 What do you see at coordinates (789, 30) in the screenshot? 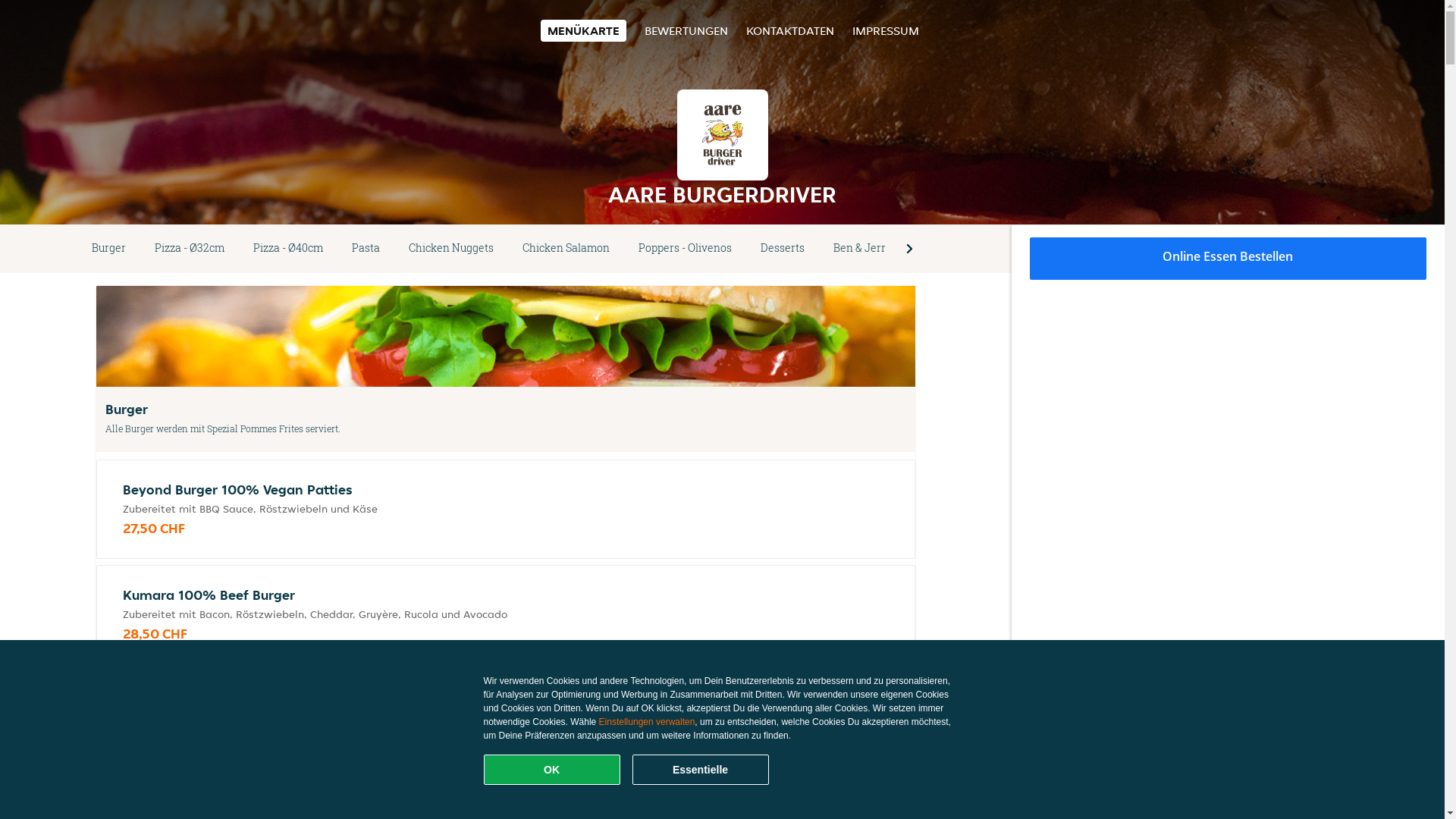
I see `'KONTAKTDATEN'` at bounding box center [789, 30].